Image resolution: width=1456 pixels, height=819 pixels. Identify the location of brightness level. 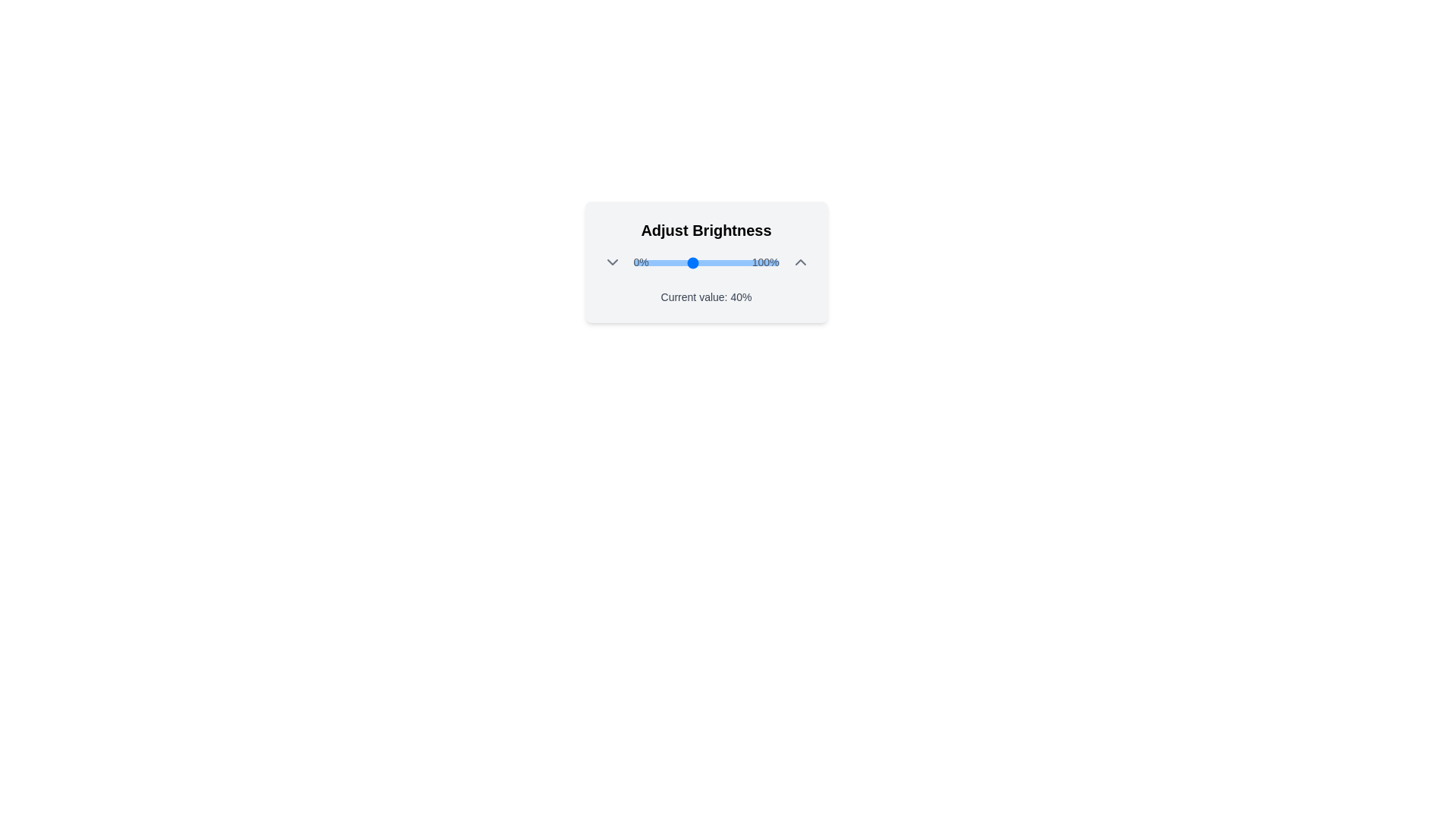
(679, 262).